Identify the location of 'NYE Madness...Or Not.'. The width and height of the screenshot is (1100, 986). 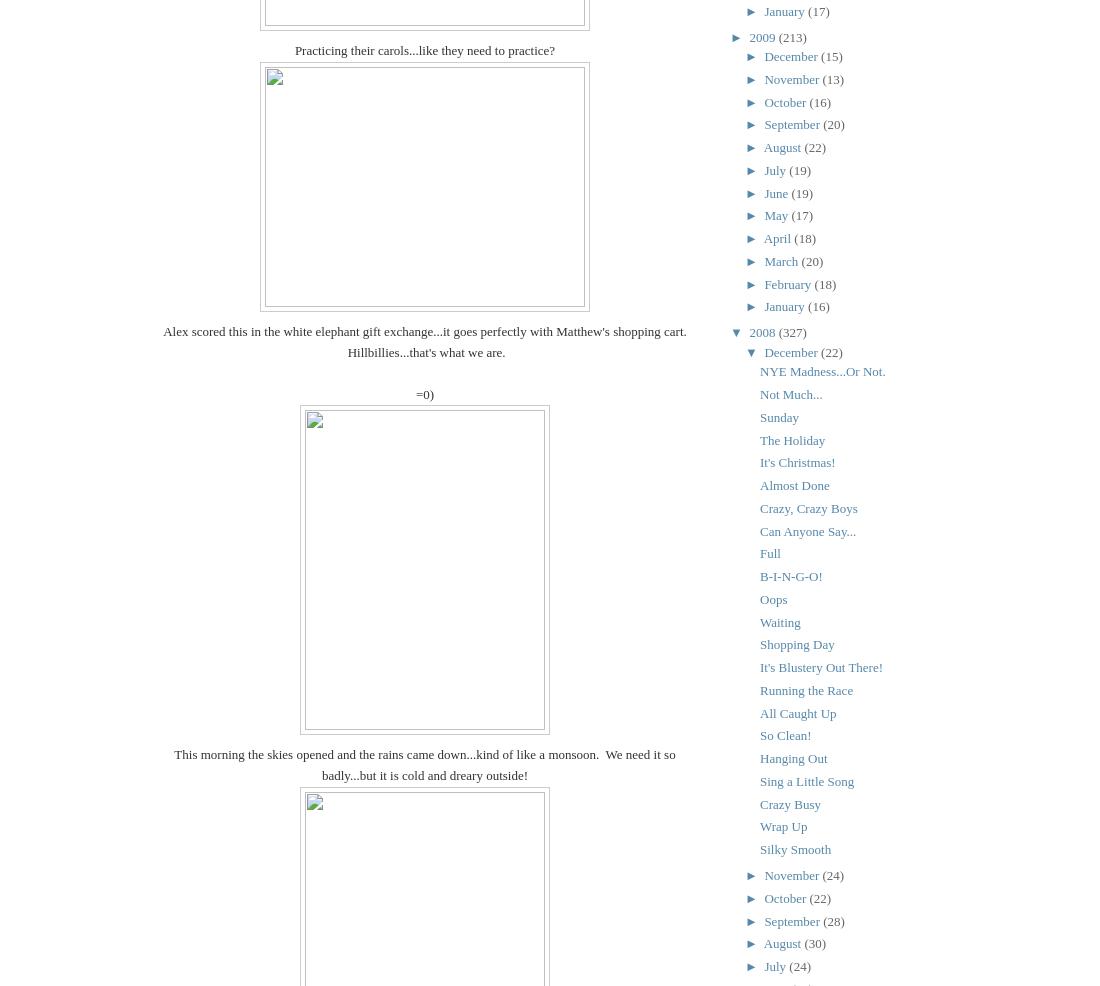
(822, 370).